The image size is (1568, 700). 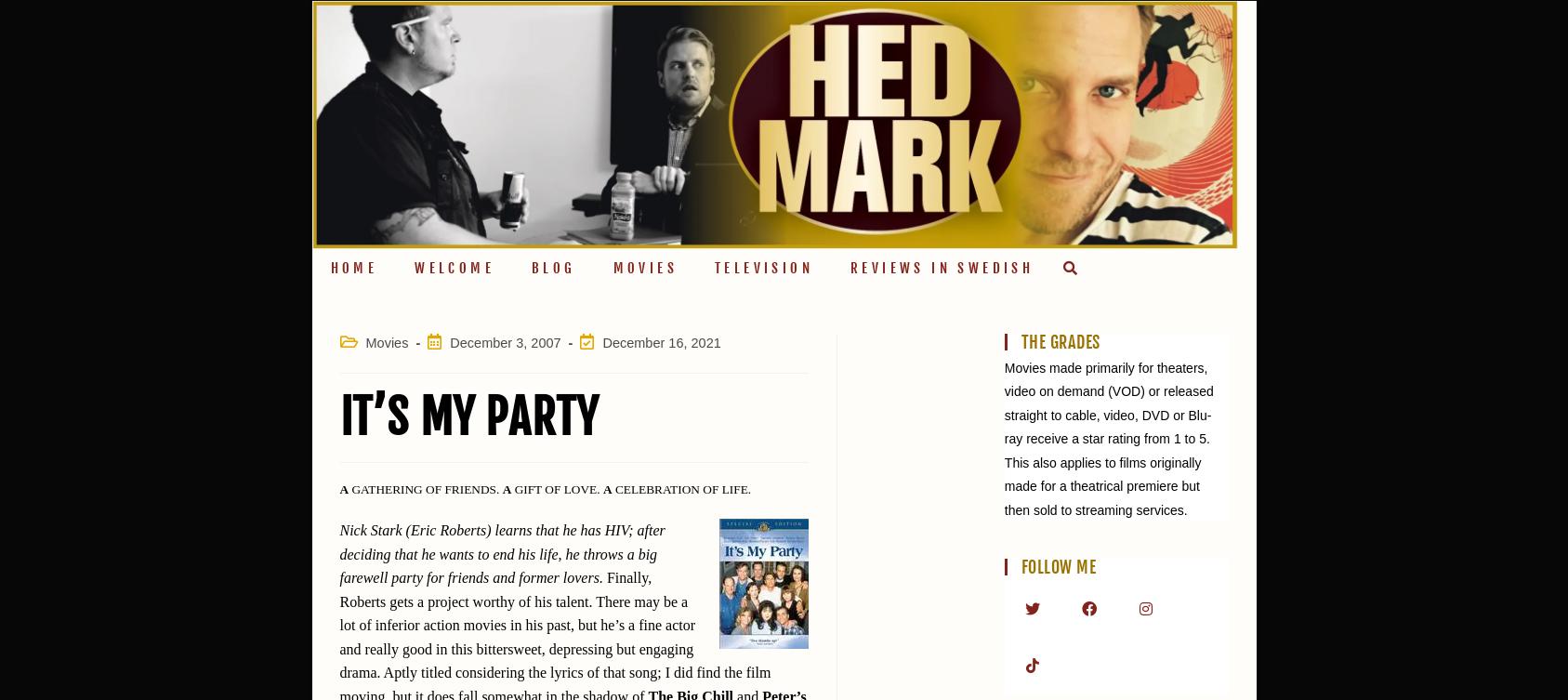 What do you see at coordinates (387, 341) in the screenshot?
I see `'Movies'` at bounding box center [387, 341].